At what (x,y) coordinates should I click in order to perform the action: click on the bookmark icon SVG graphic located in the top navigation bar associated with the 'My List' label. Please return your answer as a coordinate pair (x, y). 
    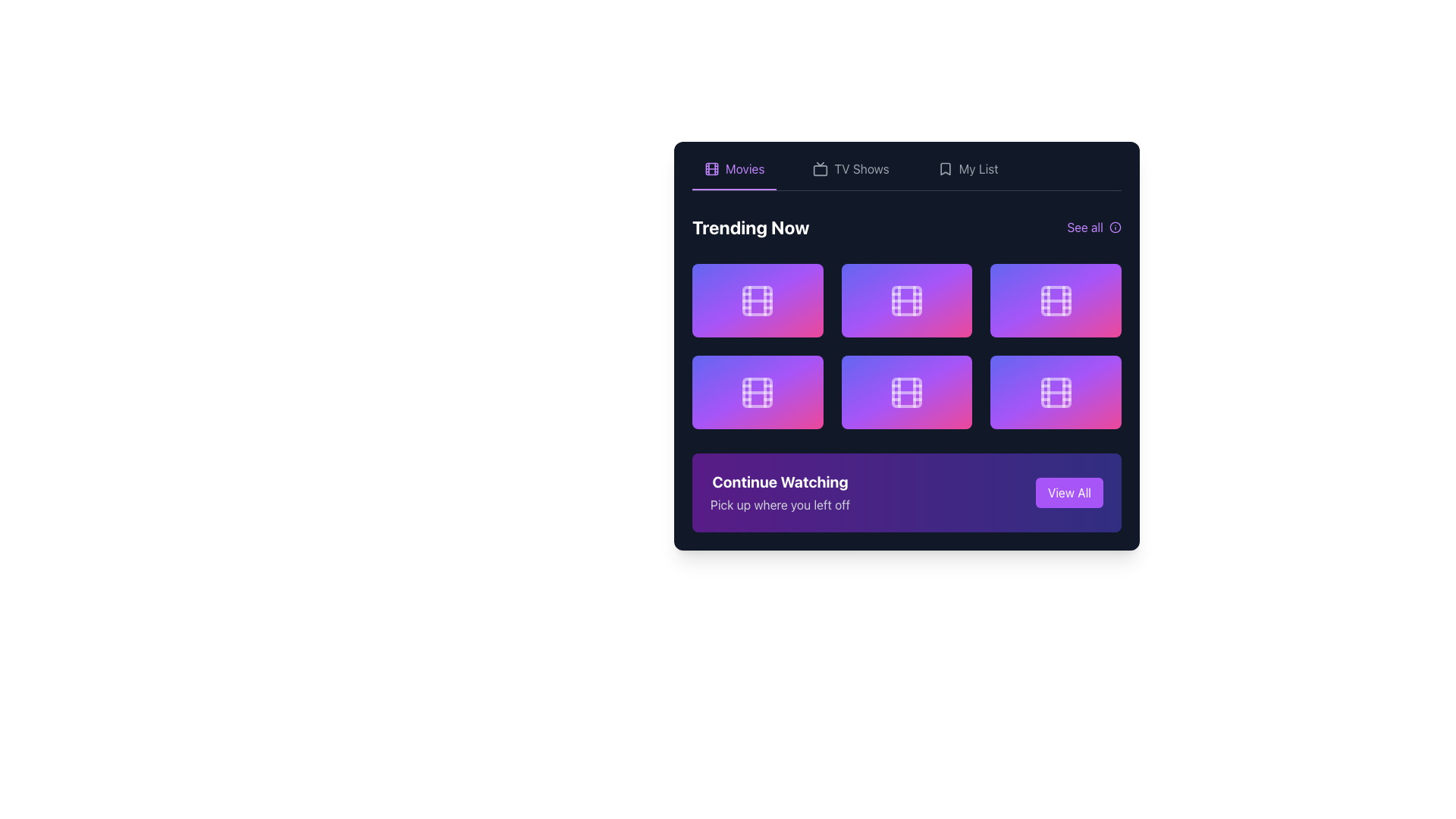
    Looking at the image, I should click on (944, 169).